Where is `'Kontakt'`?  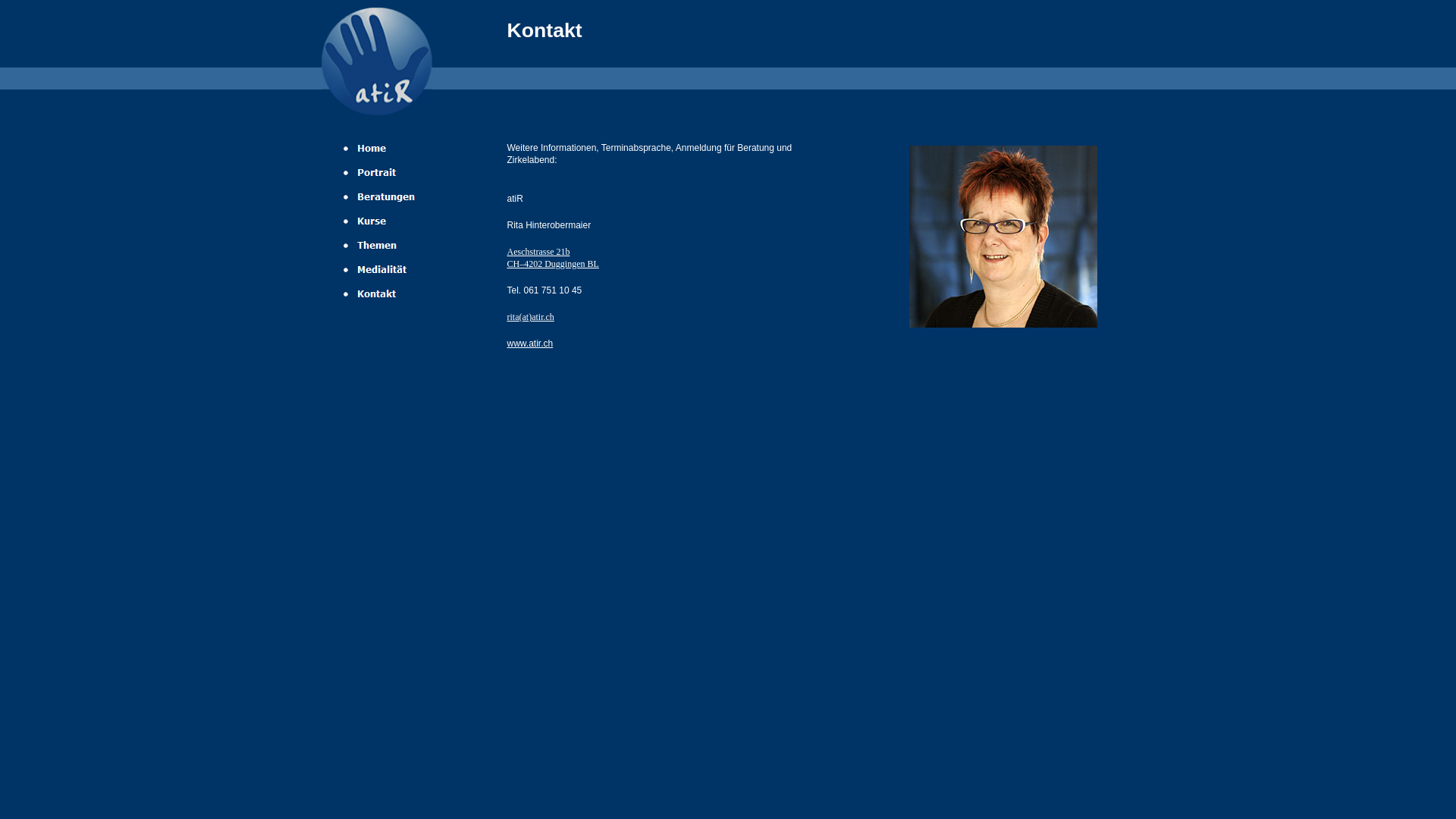
'Kontakt' is located at coordinates (340, 293).